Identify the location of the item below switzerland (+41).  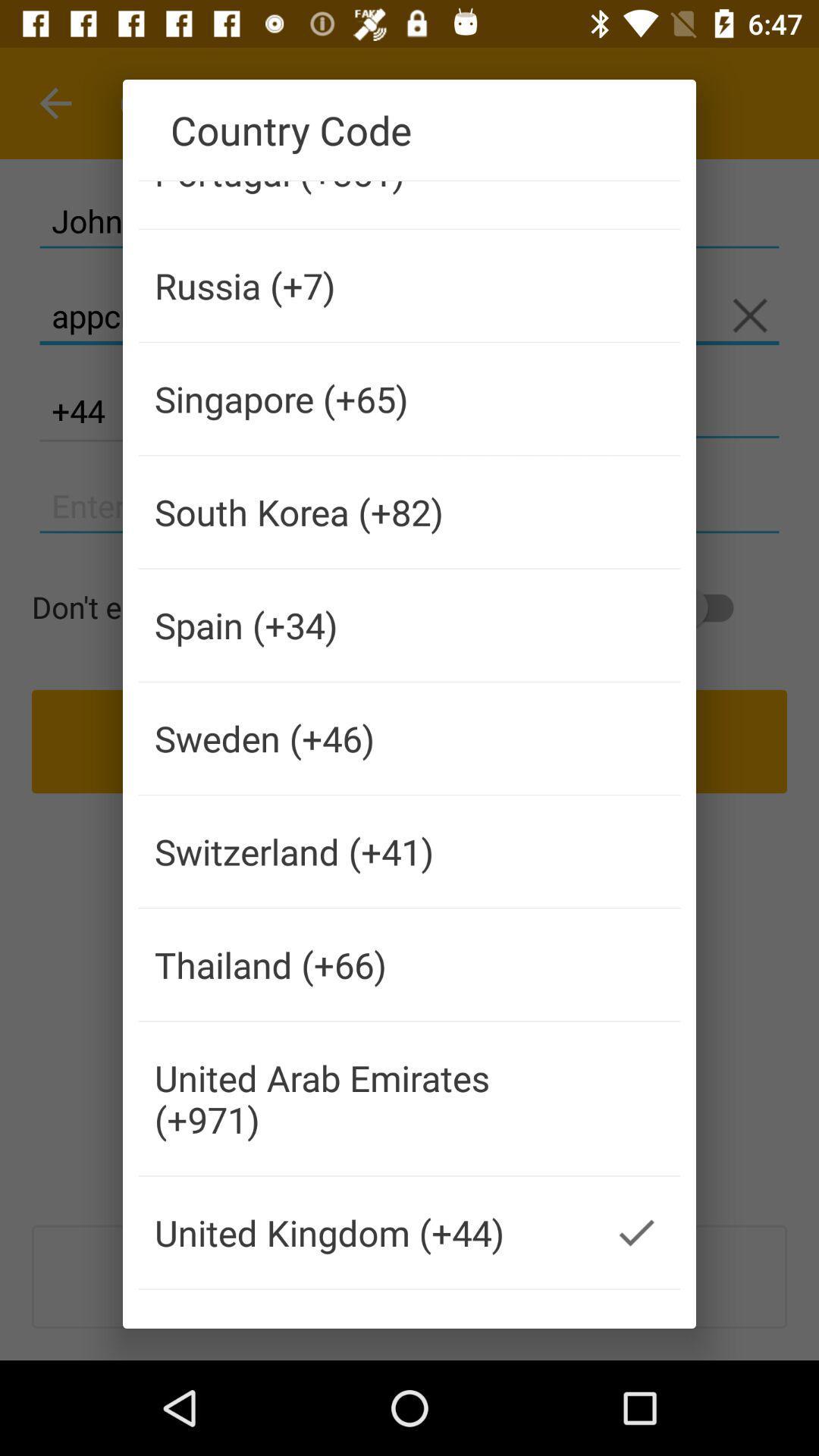
(366, 964).